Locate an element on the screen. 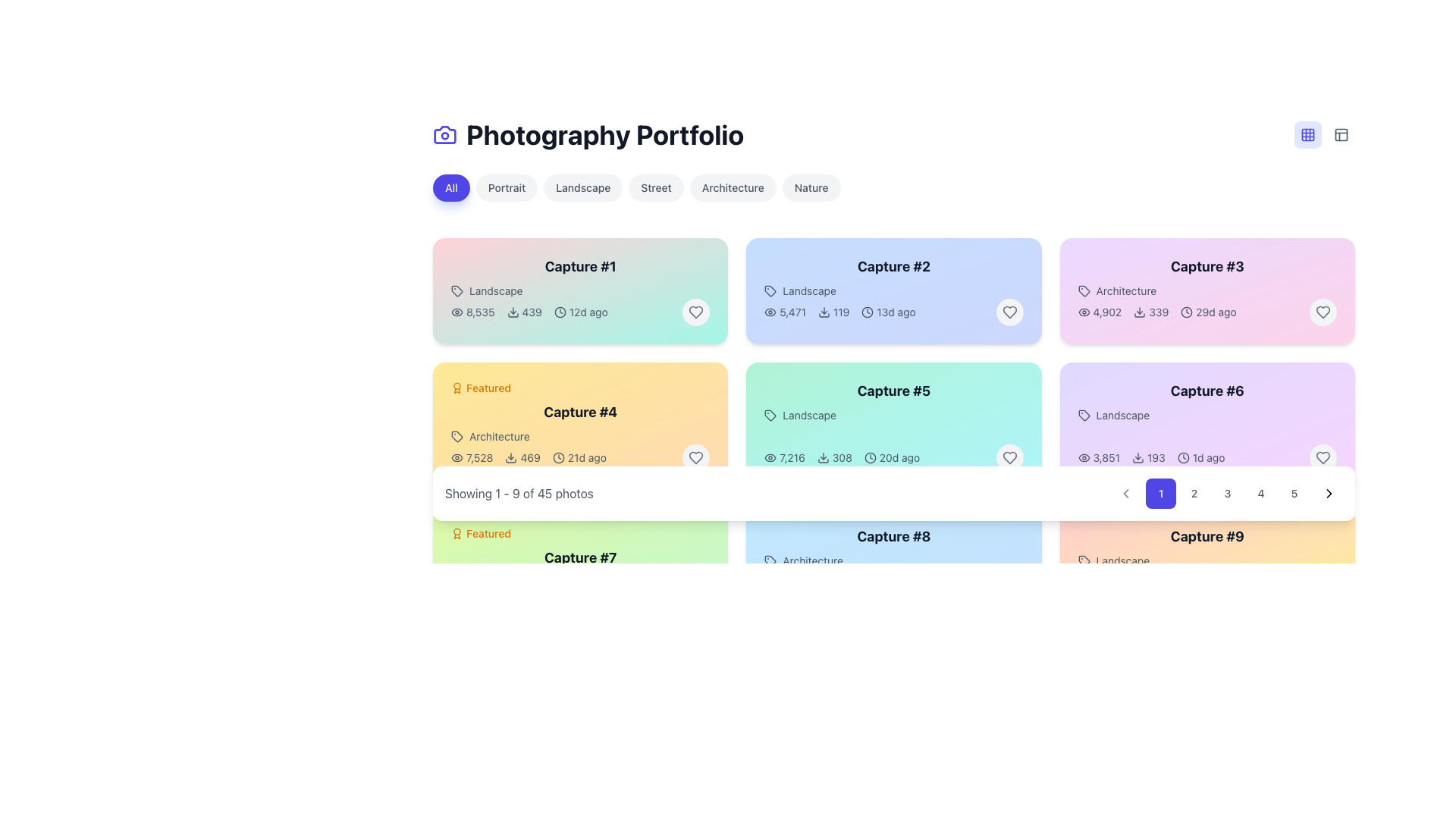 The image size is (1456, 819). the pagination control at the center bottom of the gallery is located at coordinates (894, 494).